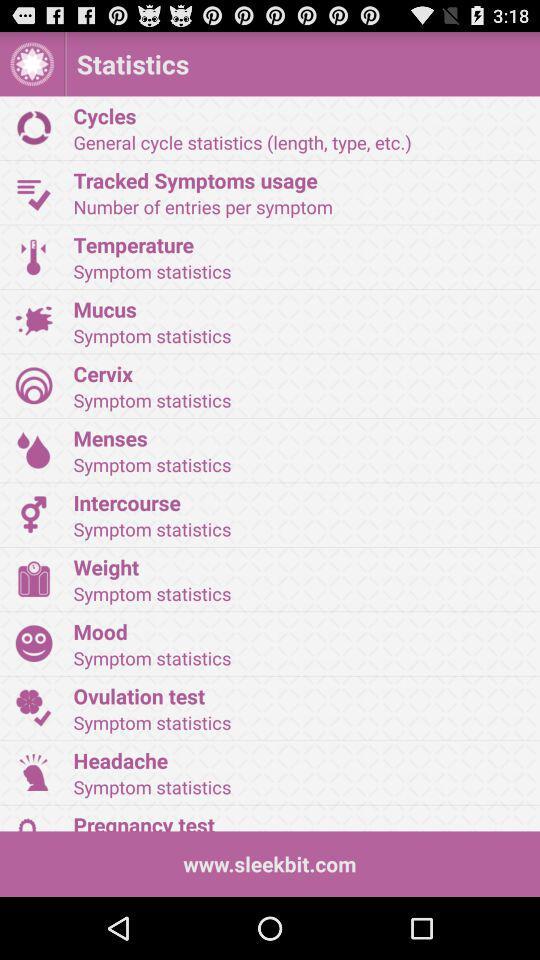  Describe the element at coordinates (299, 372) in the screenshot. I see `the cervix app` at that location.